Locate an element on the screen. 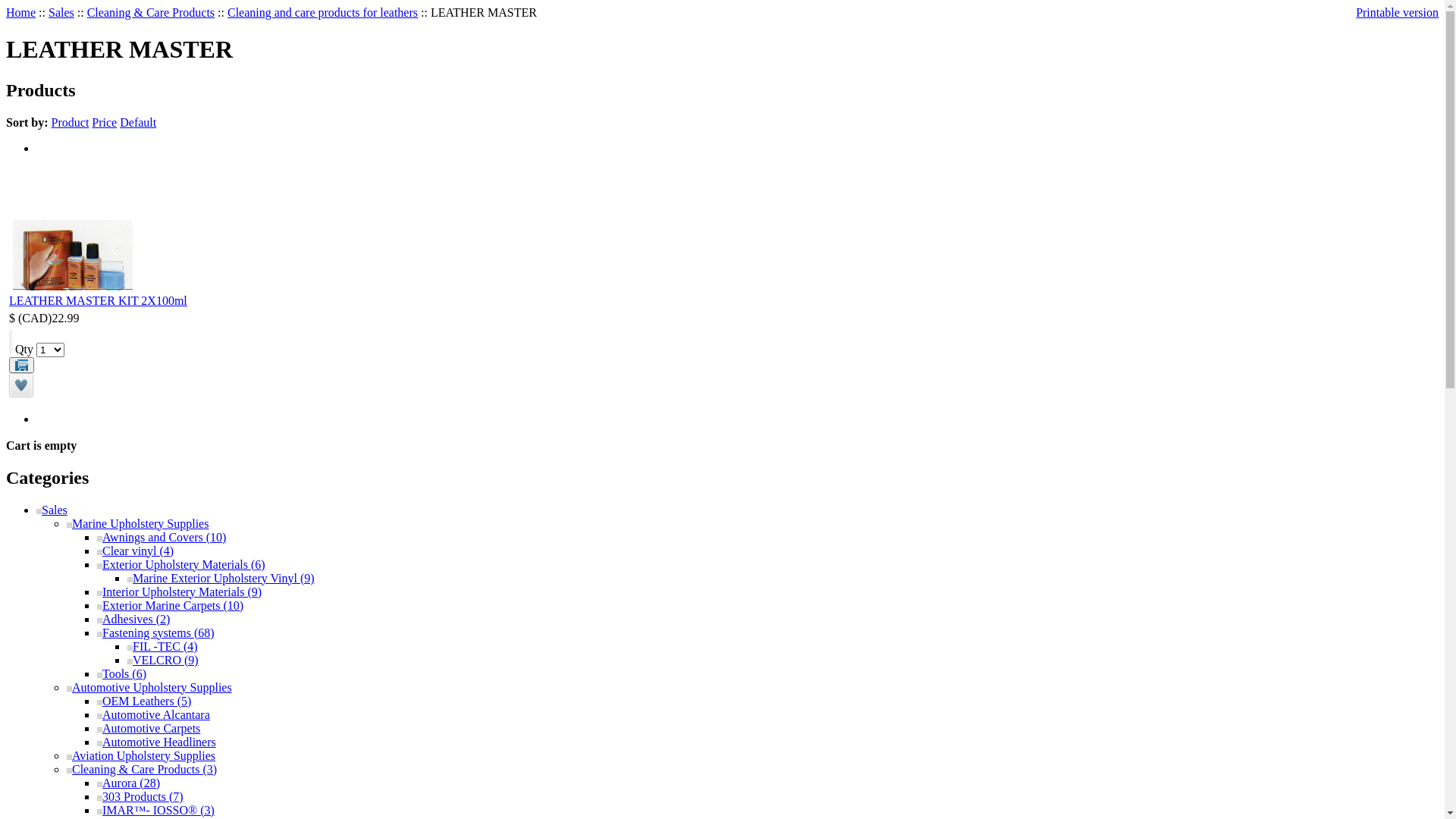  'Marine Upholstery Supplies' is located at coordinates (137, 522).